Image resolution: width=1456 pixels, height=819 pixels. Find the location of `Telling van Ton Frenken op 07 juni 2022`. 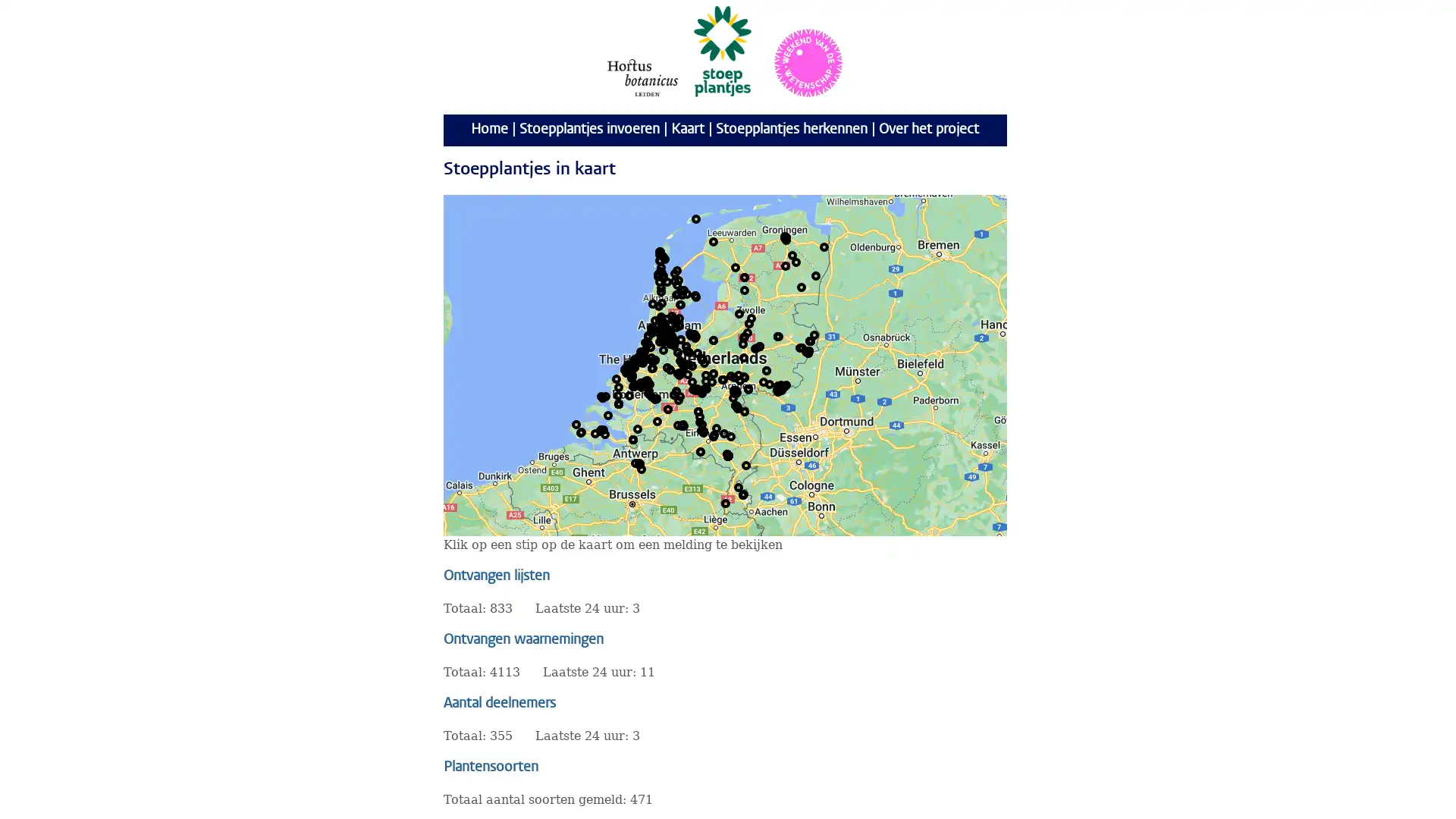

Telling van Ton Frenken op 07 juni 2022 is located at coordinates (728, 455).